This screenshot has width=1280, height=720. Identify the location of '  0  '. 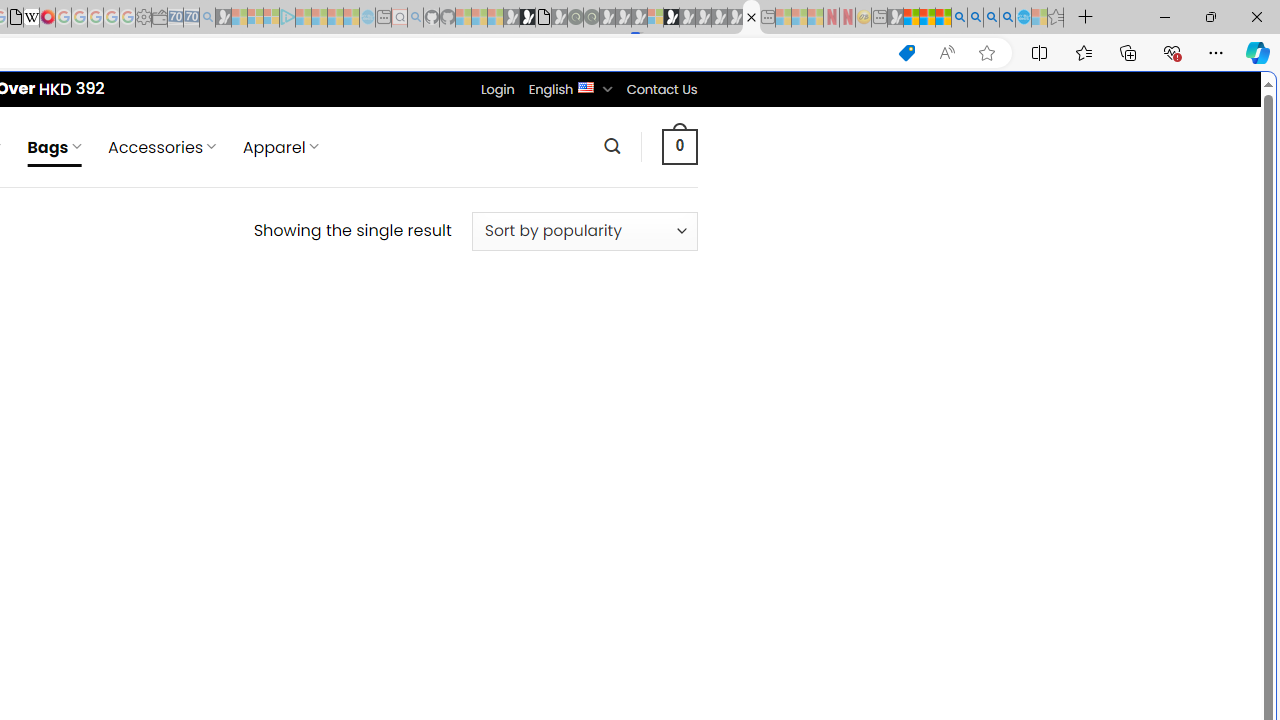
(679, 145).